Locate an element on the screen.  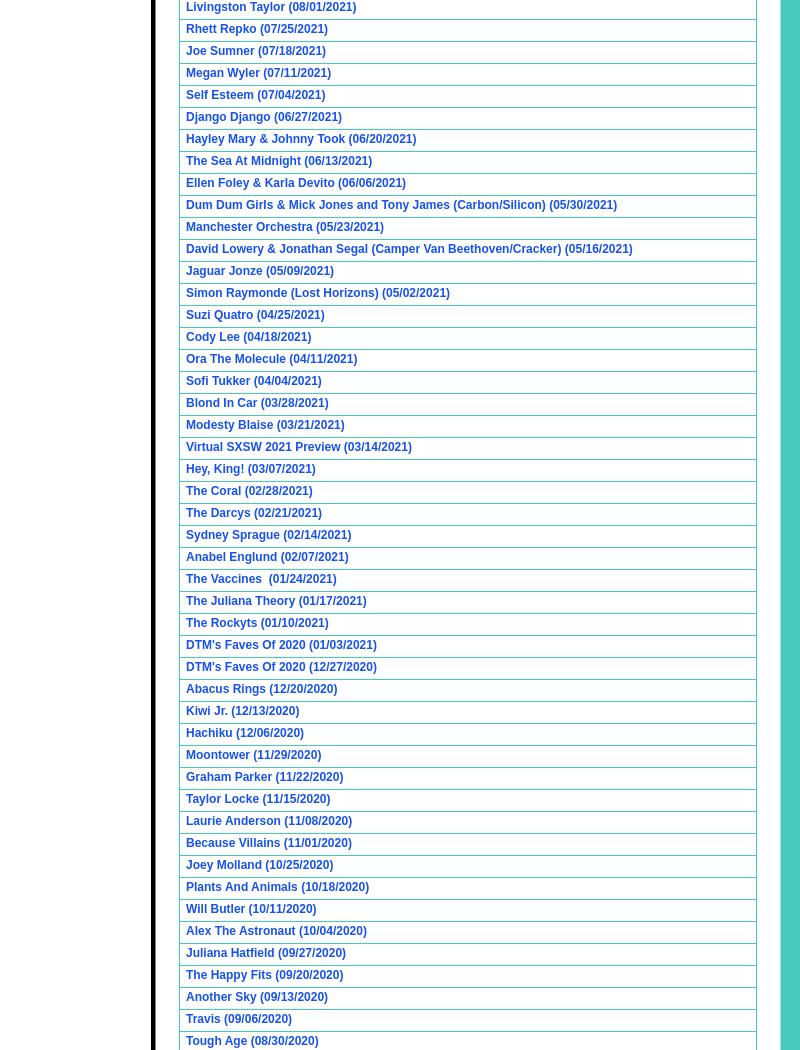
'Megan Wyler  (07/11/2021)' is located at coordinates (257, 71).